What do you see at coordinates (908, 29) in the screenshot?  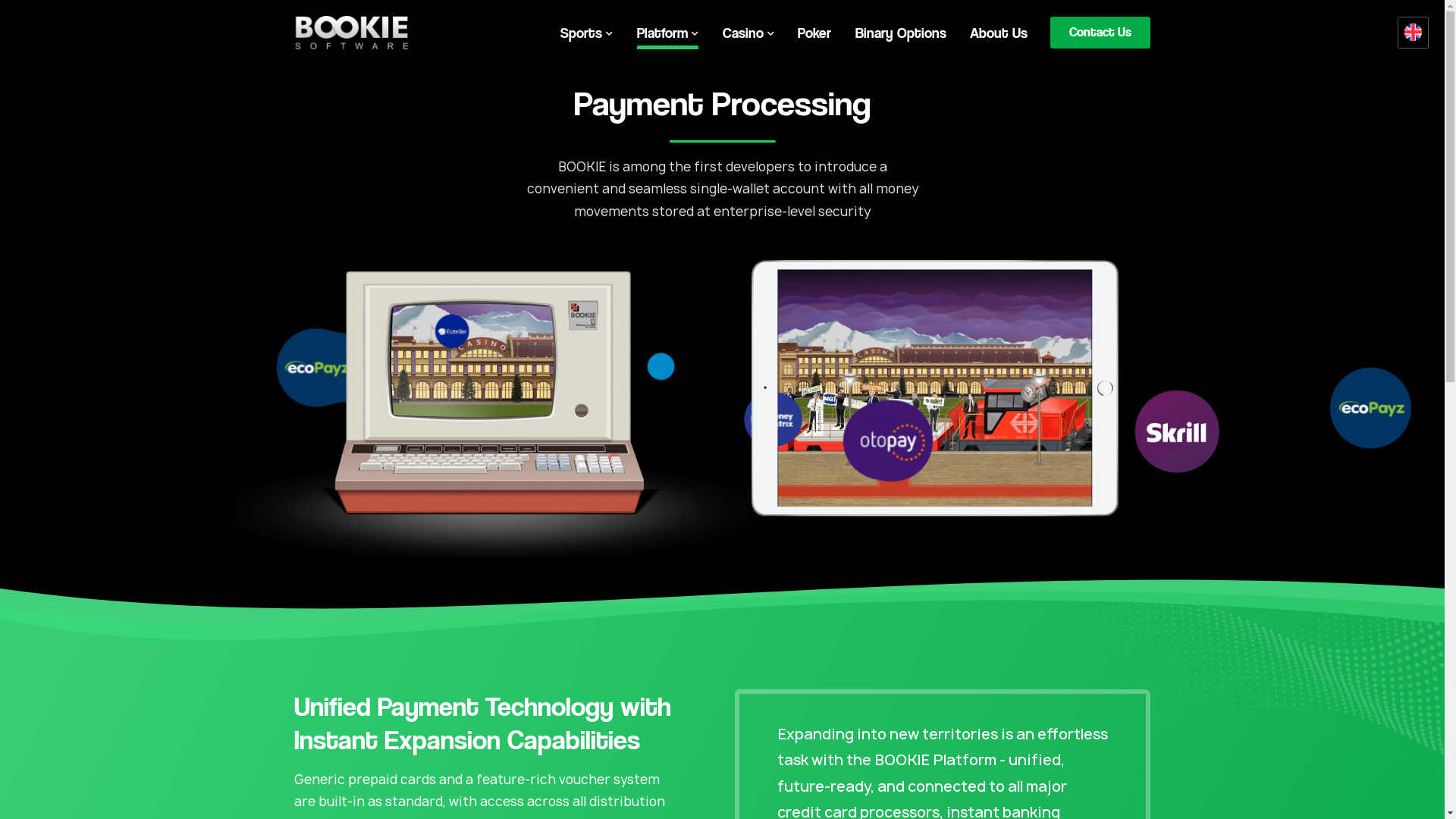 I see `'About Us'` at bounding box center [908, 29].